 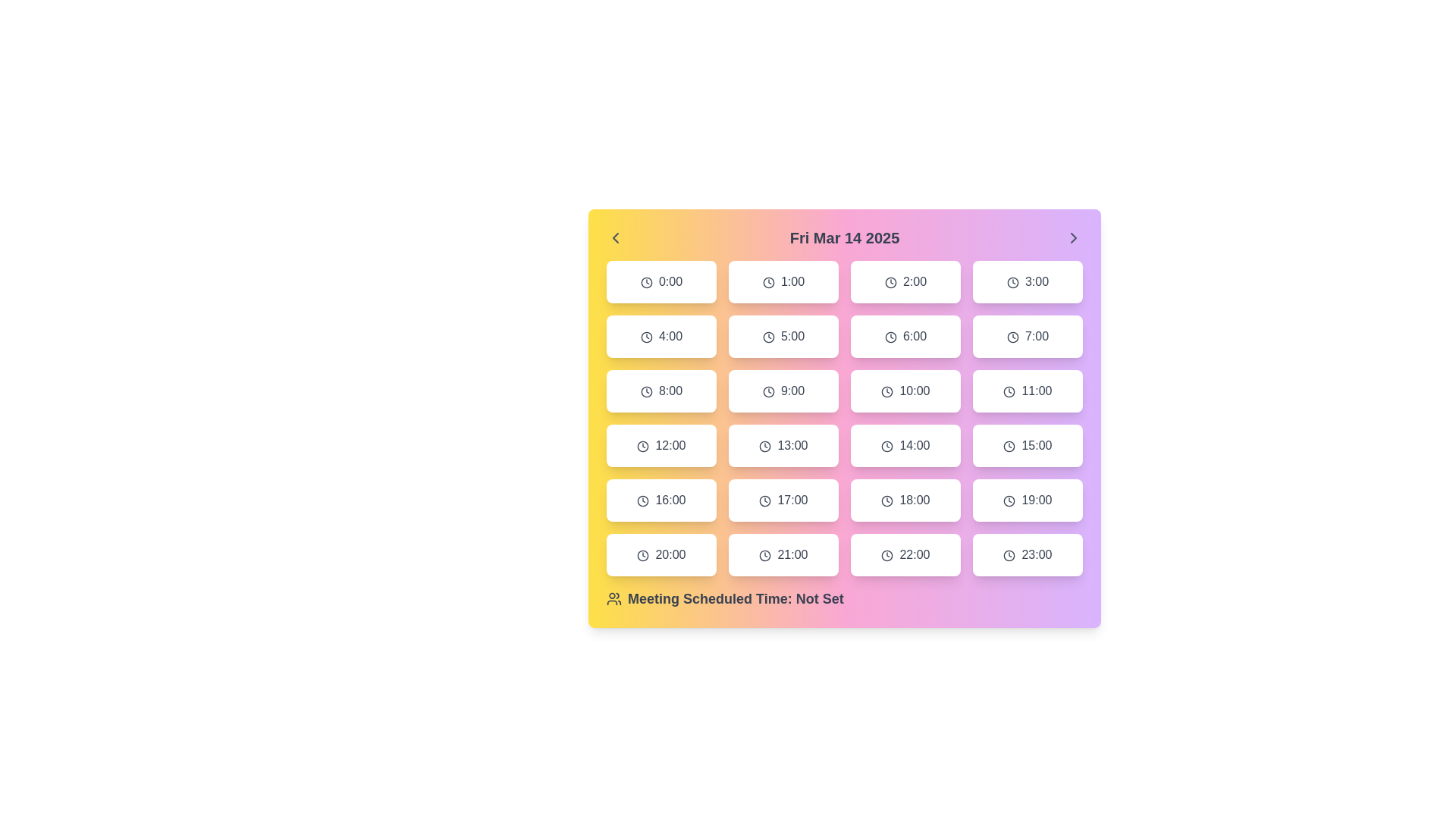 I want to click on the forward navigation button located on the far-right side of the header bar, next to the text 'Fri Mar 14 2025', so click(x=1073, y=237).